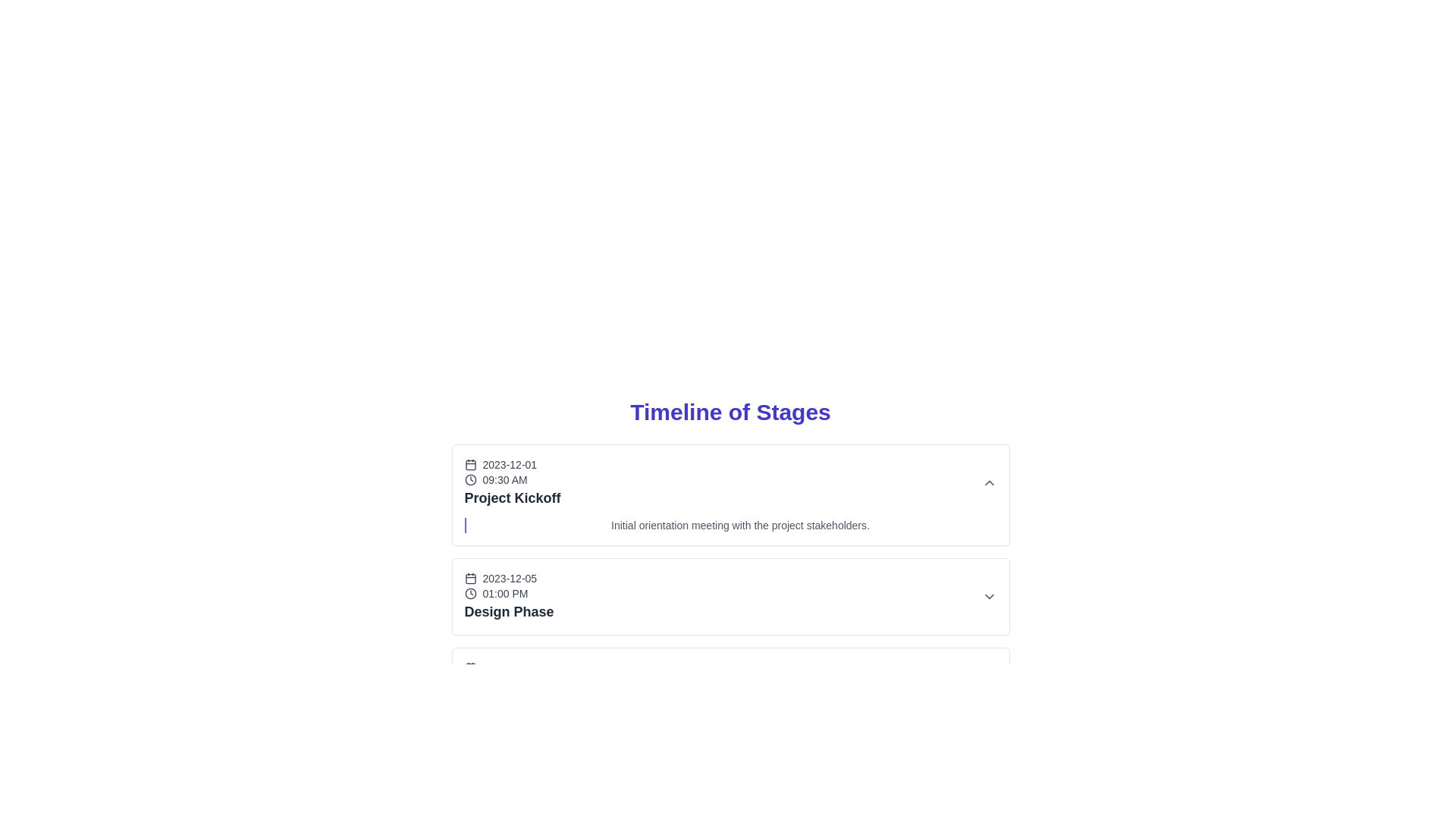 This screenshot has width=1456, height=819. I want to click on the Event header or timeline entry that displays a calendar icon, date '2023-12-01', time '09:30 AM', and the title 'Project Kickoff', so click(513, 482).